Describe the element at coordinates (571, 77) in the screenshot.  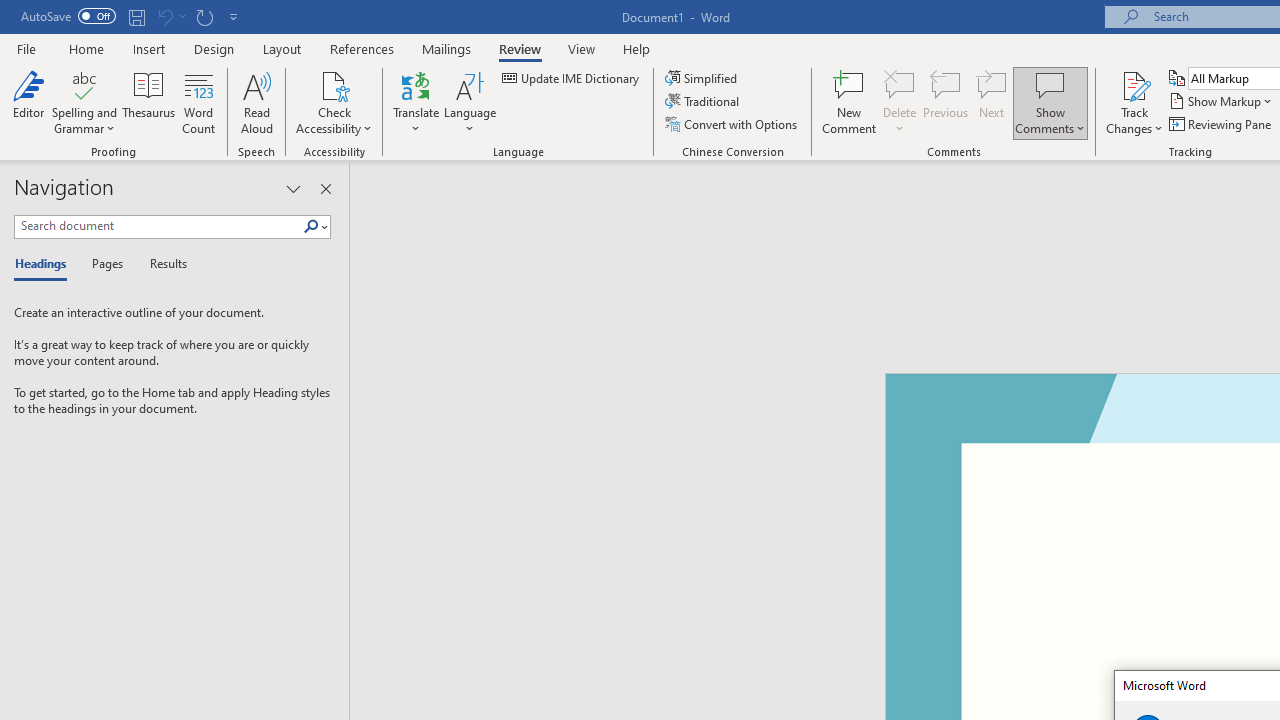
I see `'Update IME Dictionary...'` at that location.